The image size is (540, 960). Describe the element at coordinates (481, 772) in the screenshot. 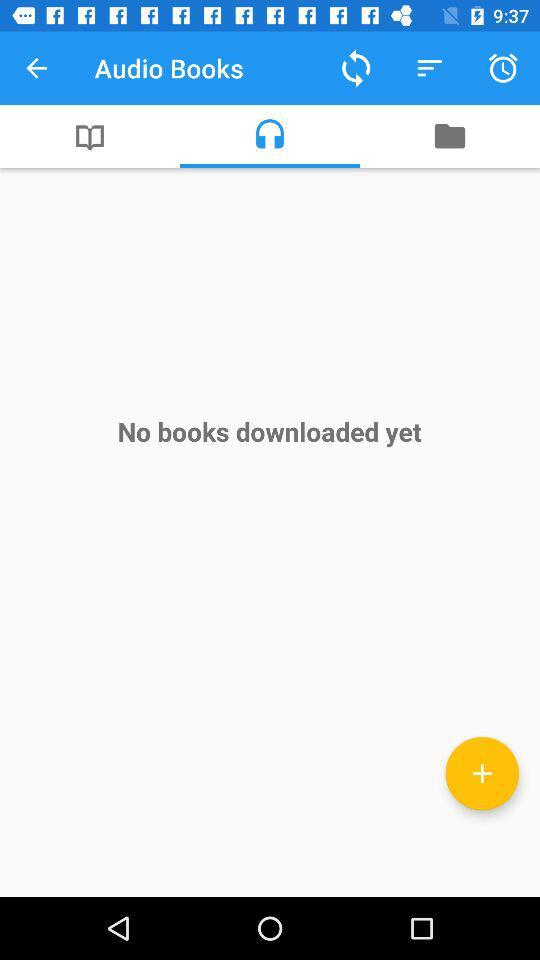

I see `selection` at that location.